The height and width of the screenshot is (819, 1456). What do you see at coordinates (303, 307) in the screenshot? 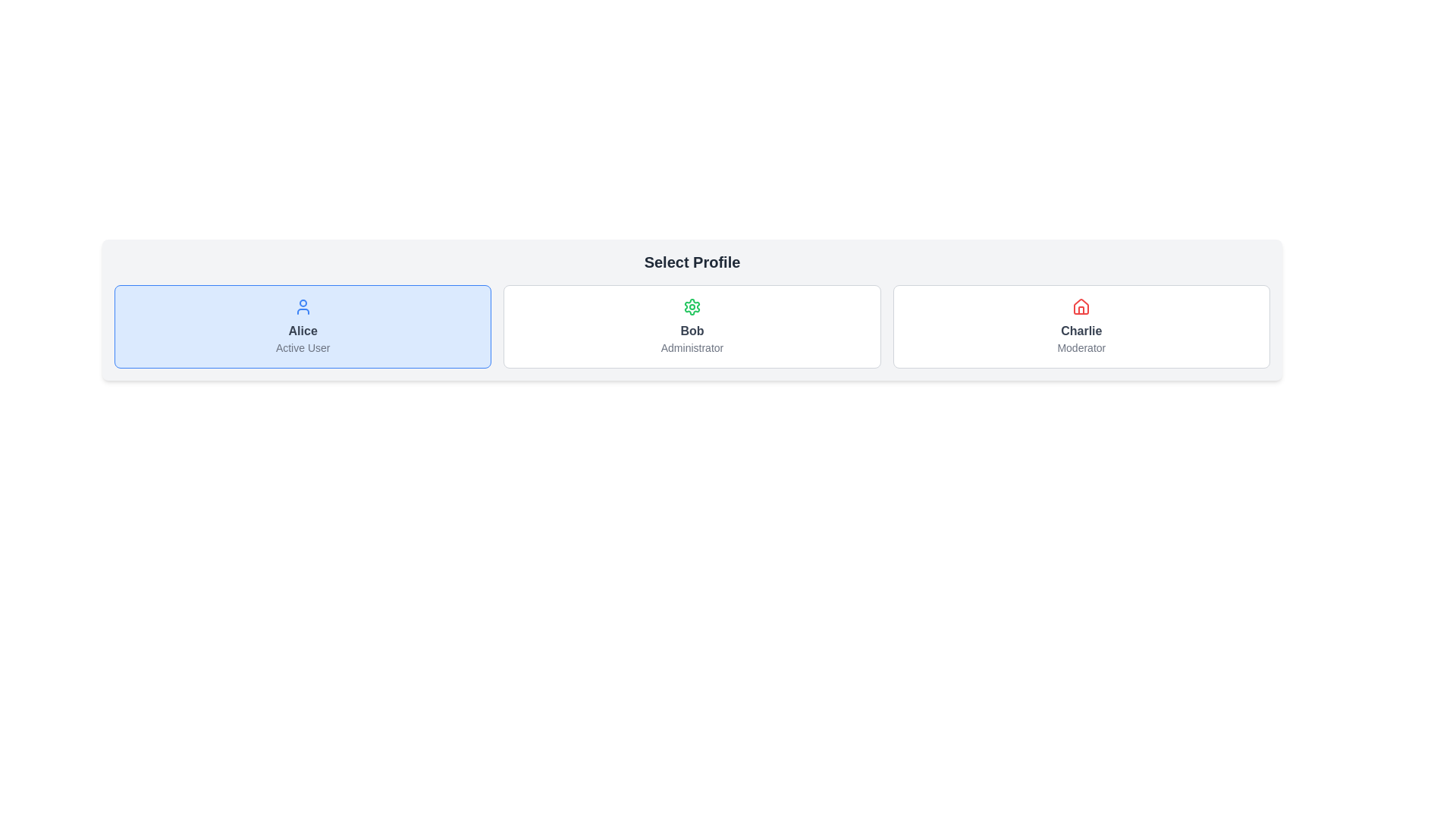
I see `the SVG icon representing a user or profile, styled in blue, located in the leftmost section of the profile cards above the labels 'Alice' and 'Active User'` at bounding box center [303, 307].